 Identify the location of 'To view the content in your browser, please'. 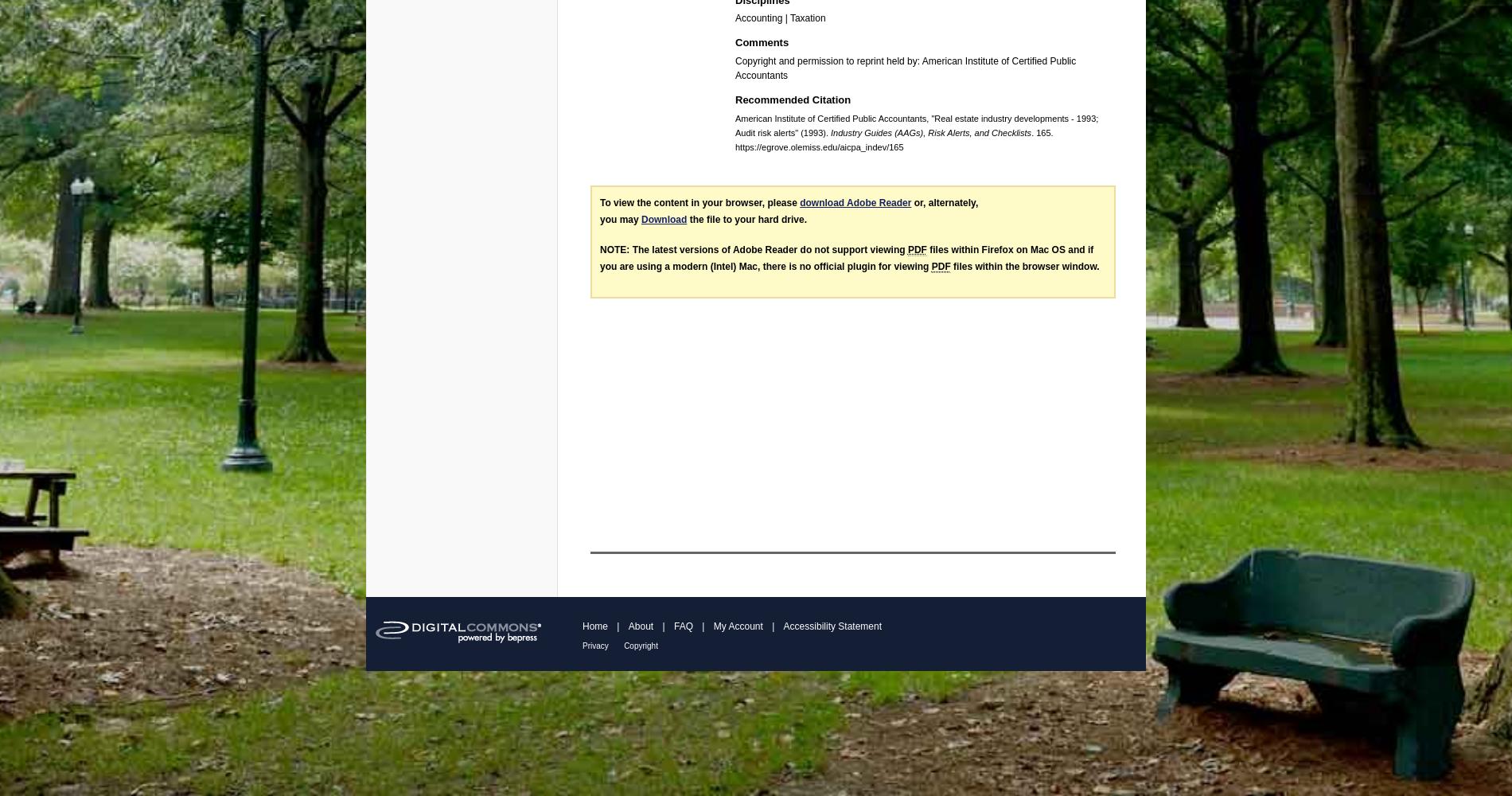
(699, 202).